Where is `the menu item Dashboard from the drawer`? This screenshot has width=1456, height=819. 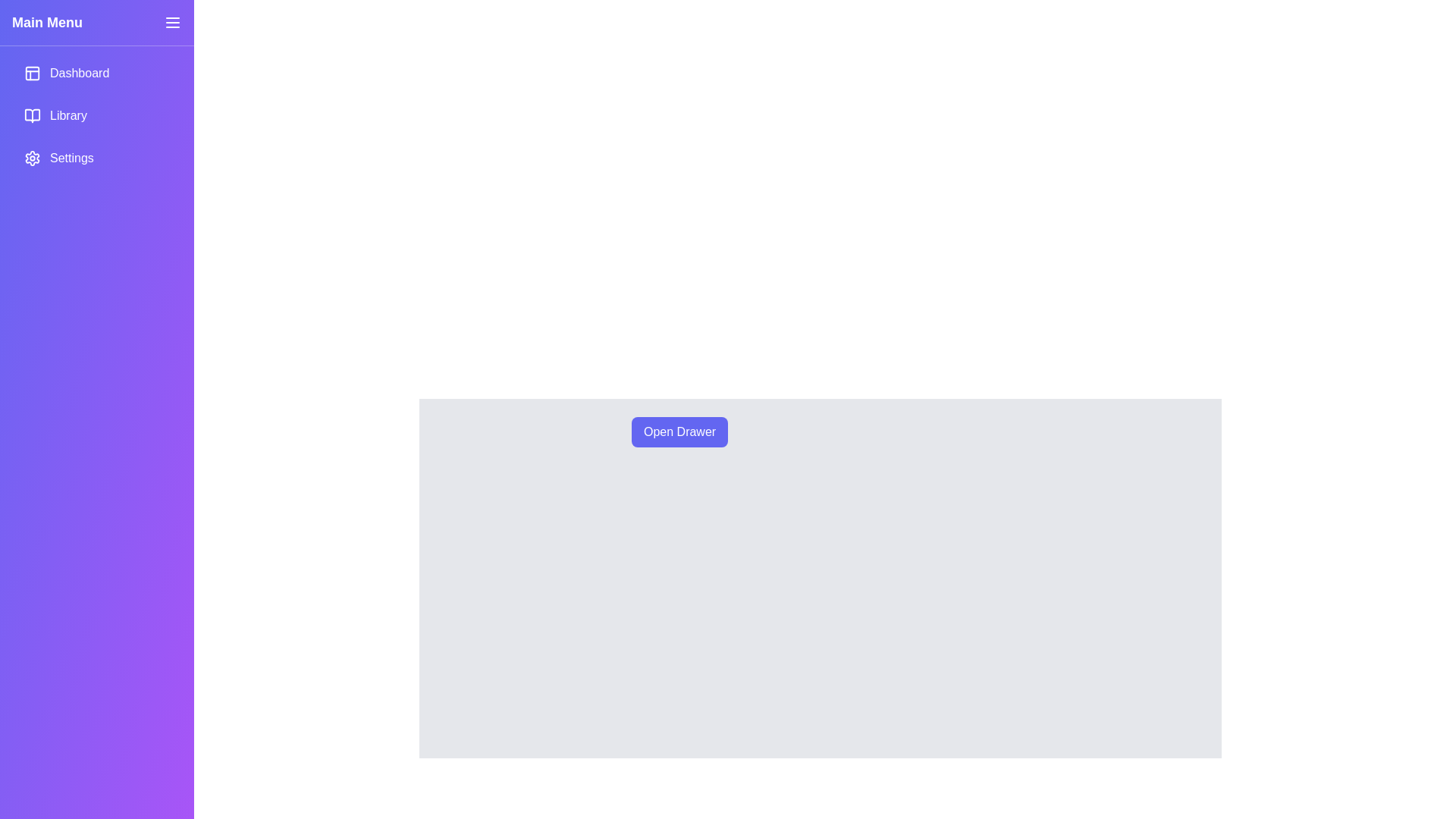
the menu item Dashboard from the drawer is located at coordinates (96, 73).